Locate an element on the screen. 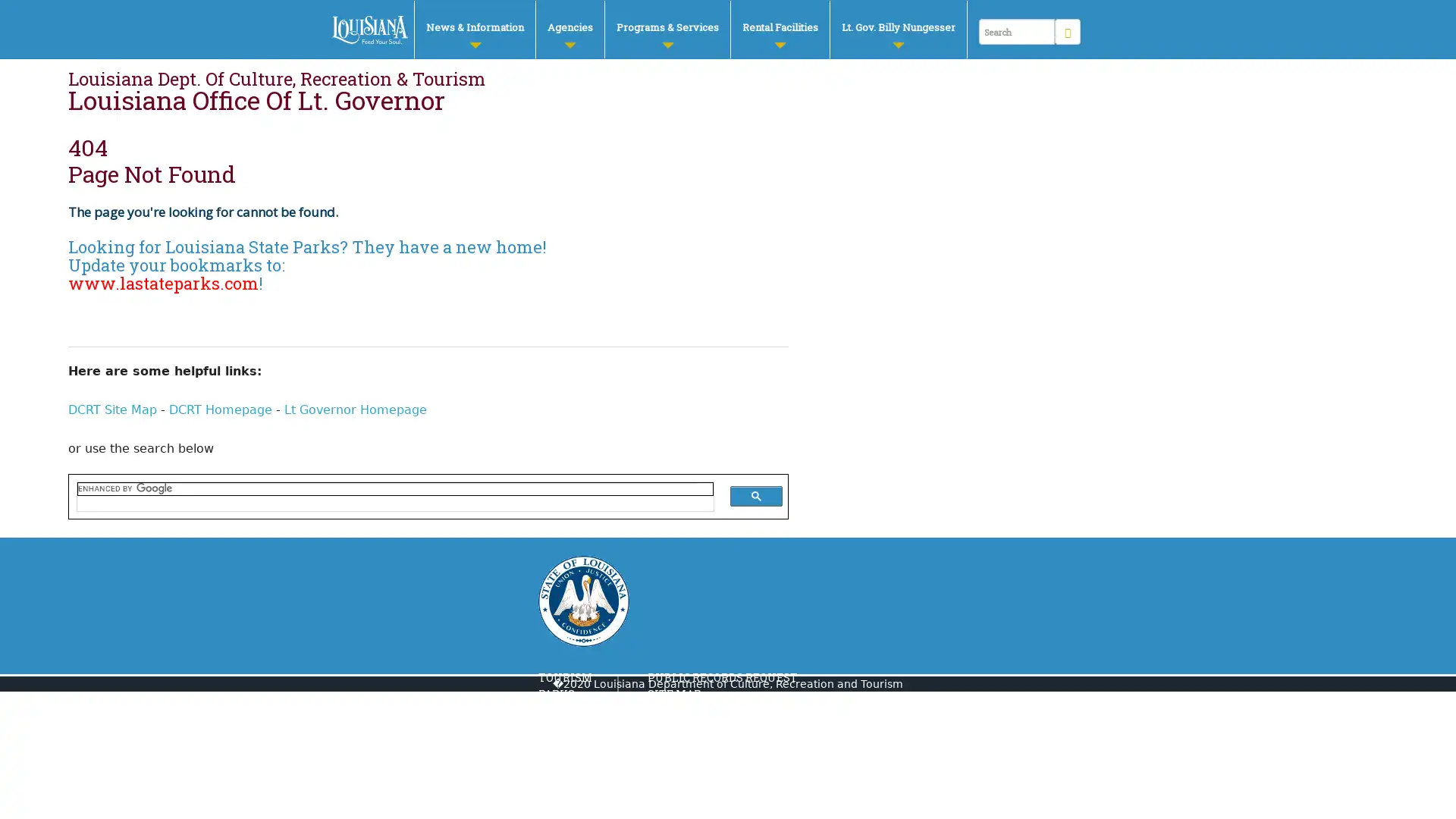 The image size is (1456, 819). Lt. Gov. Billy Nungesser is located at coordinates (899, 29).